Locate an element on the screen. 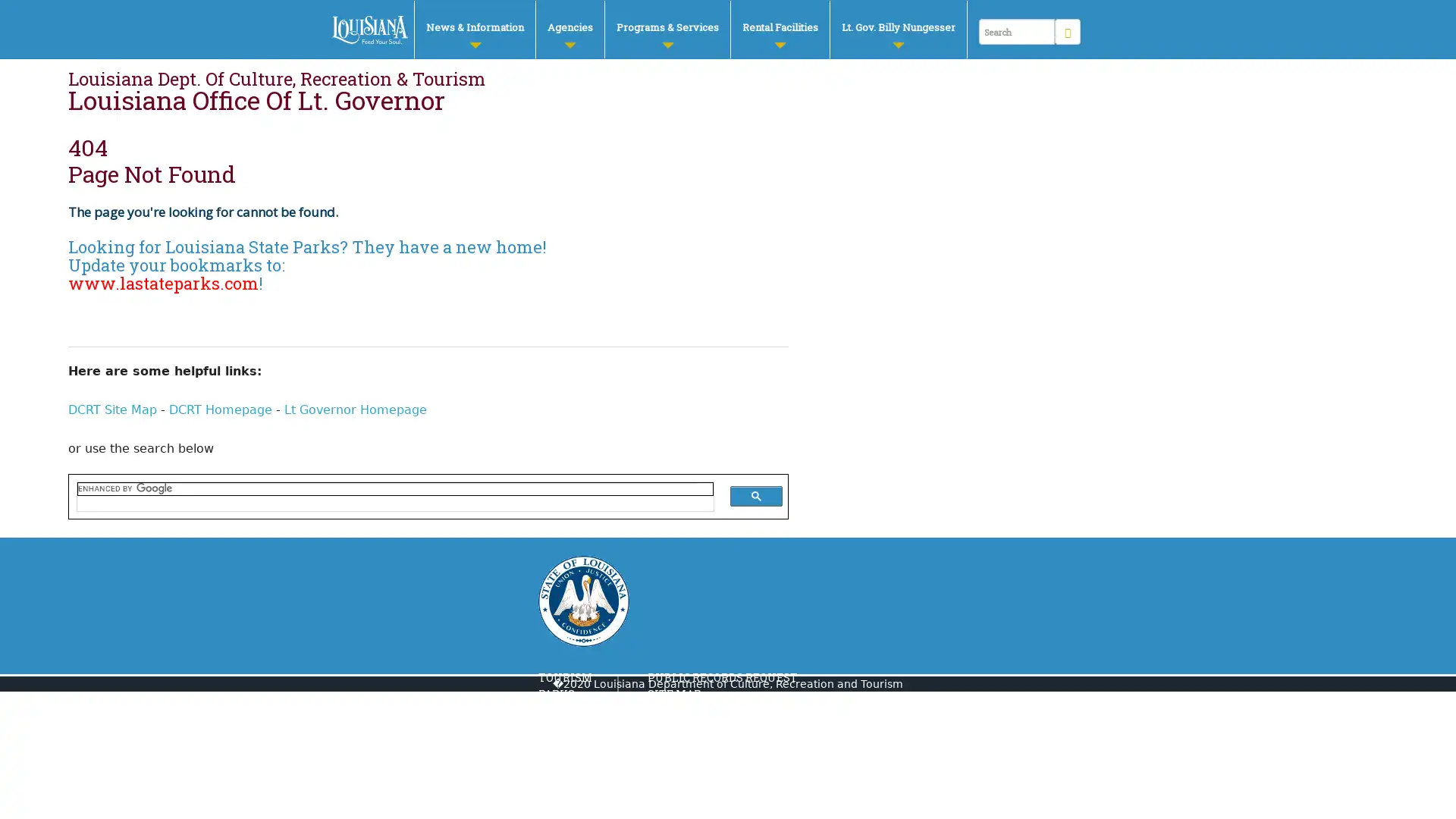 The image size is (1456, 819). Lt. Gov. Billy Nungesser is located at coordinates (899, 29).